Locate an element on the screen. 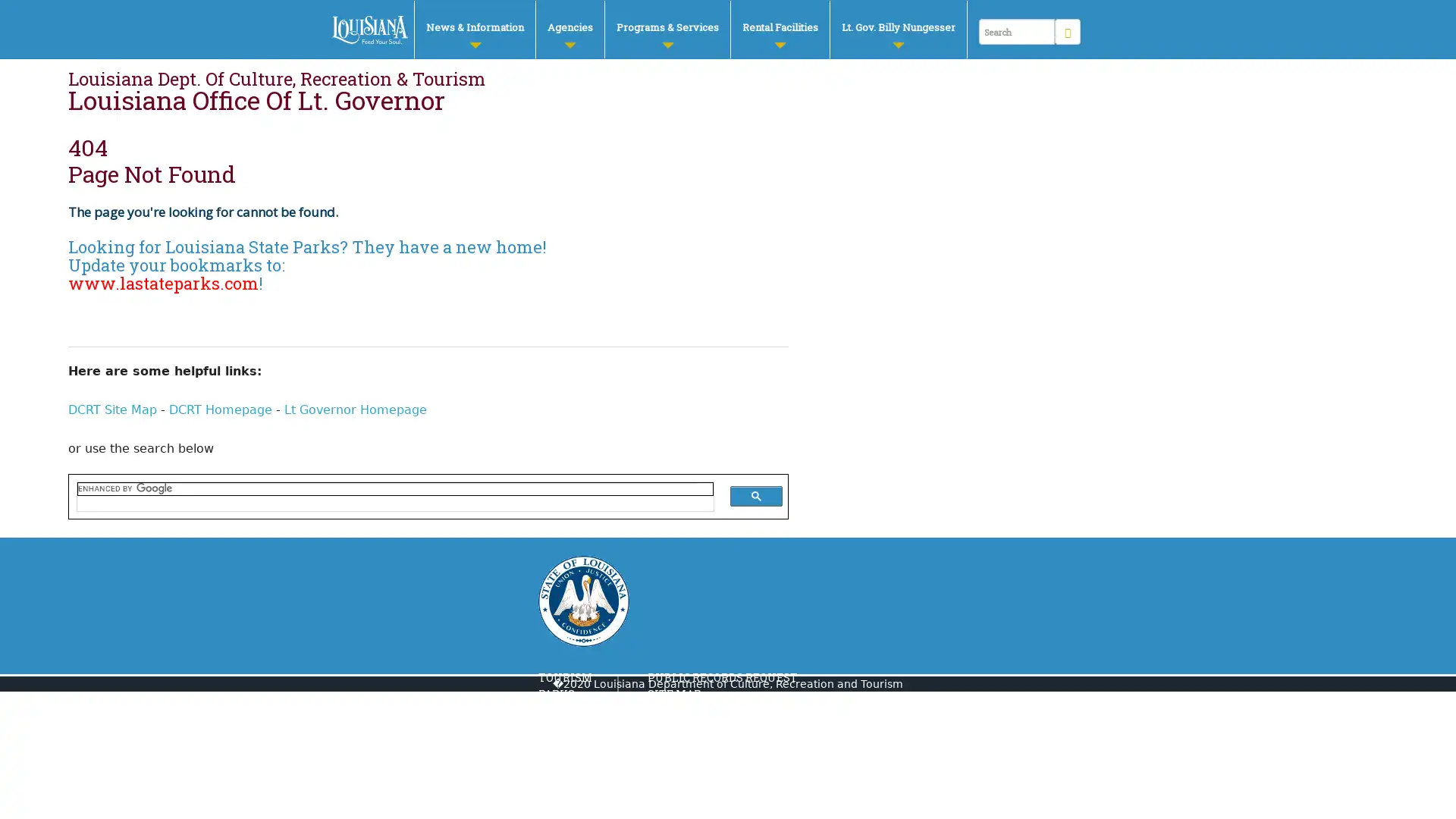 The image size is (1456, 819). Lt. Gov. Billy Nungesser is located at coordinates (899, 29).